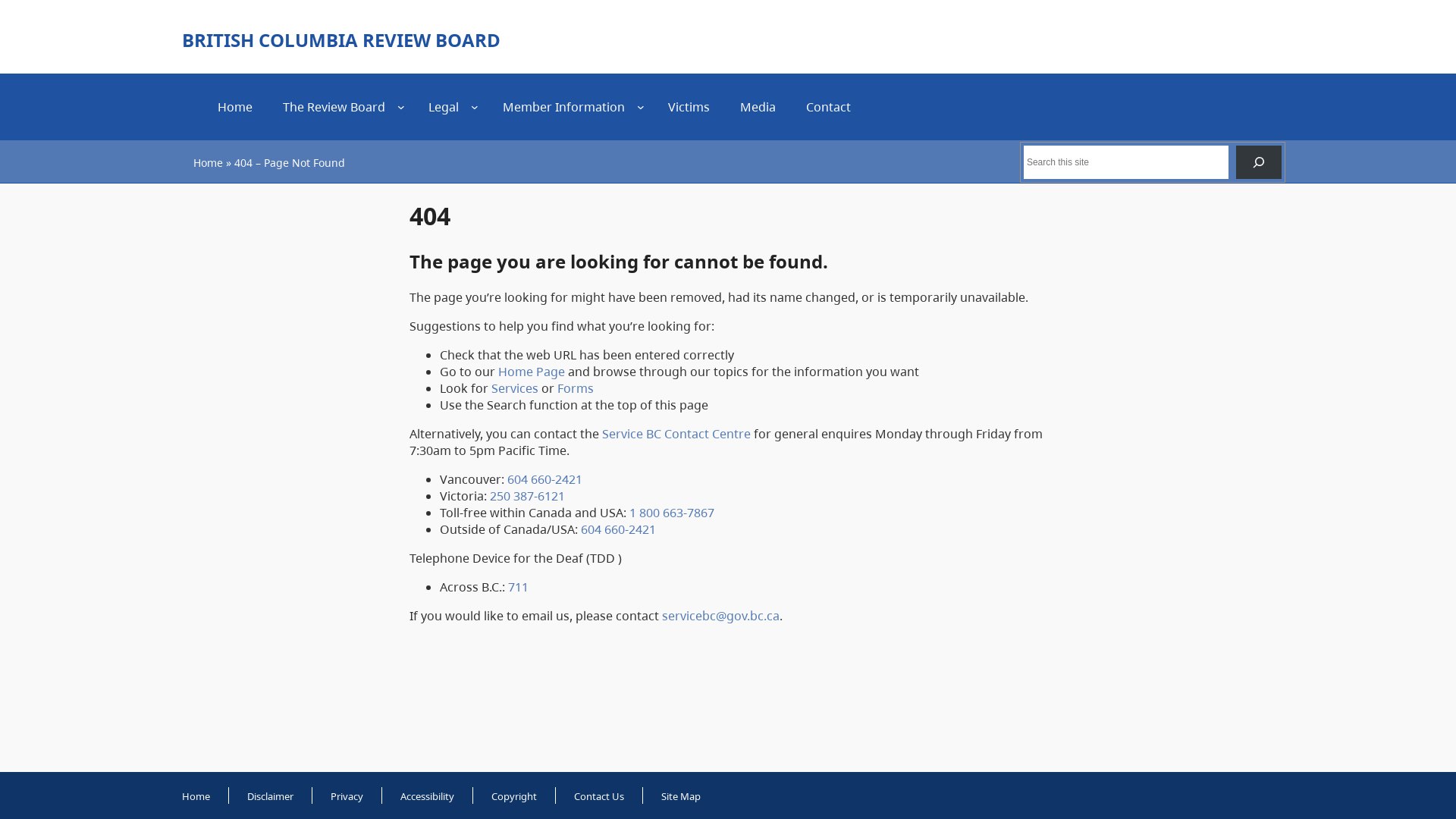  I want to click on 'Media', so click(758, 106).